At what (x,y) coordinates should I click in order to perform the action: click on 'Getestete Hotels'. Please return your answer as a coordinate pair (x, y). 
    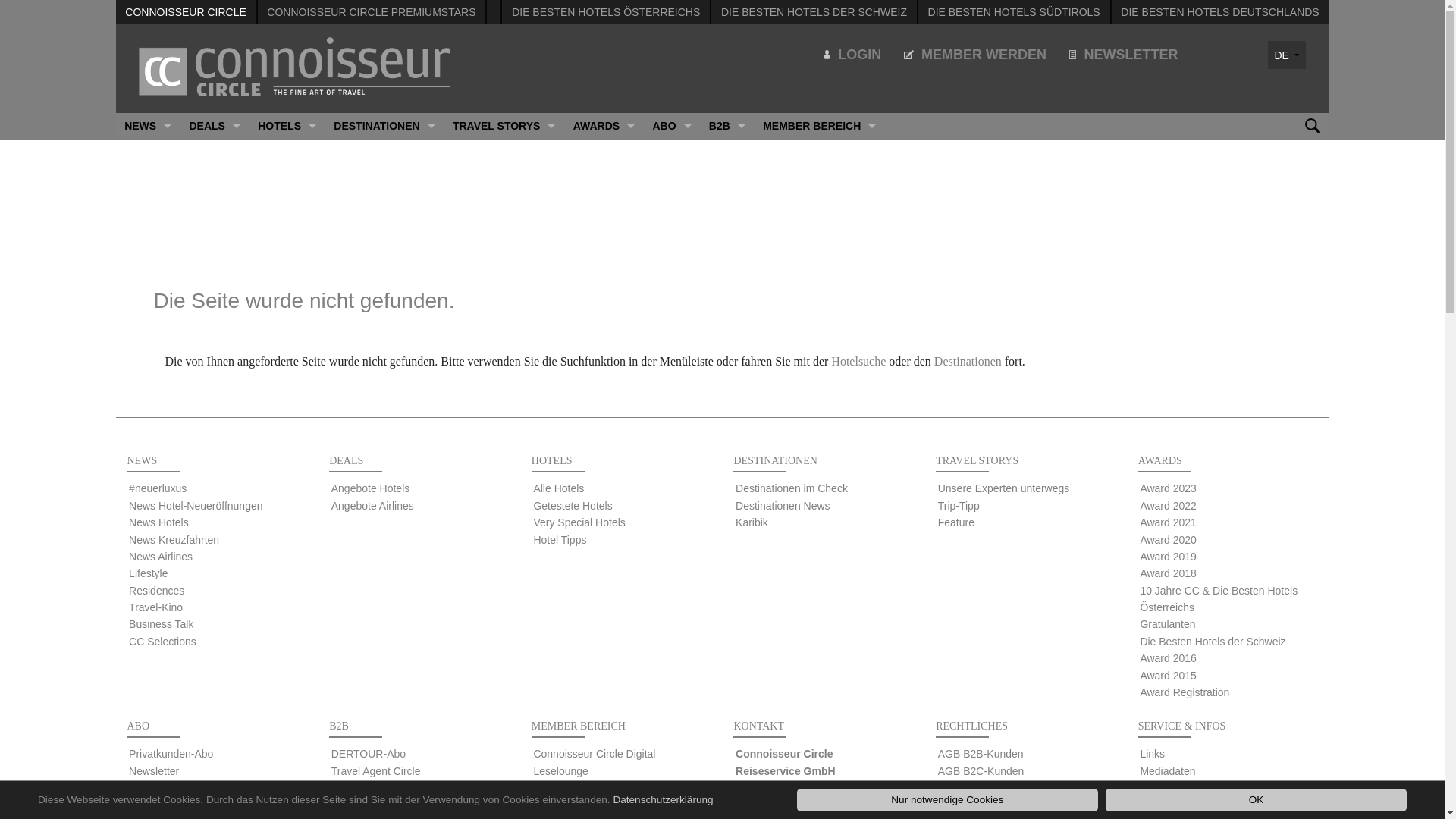
    Looking at the image, I should click on (571, 506).